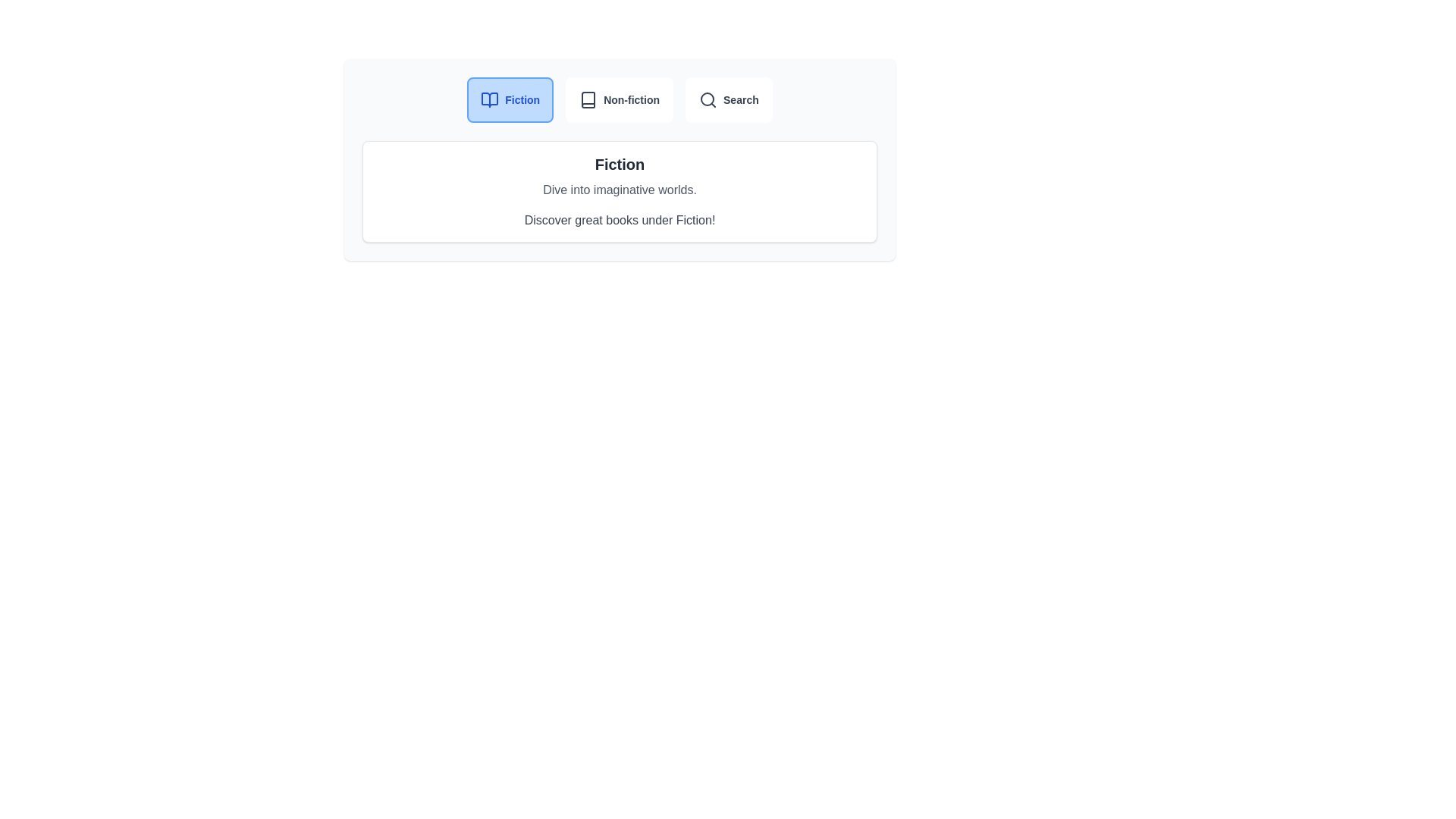  I want to click on the 'Non-fiction' button, which is a rectangular button with rounded corners featuring a book icon and gray text, so click(620, 99).